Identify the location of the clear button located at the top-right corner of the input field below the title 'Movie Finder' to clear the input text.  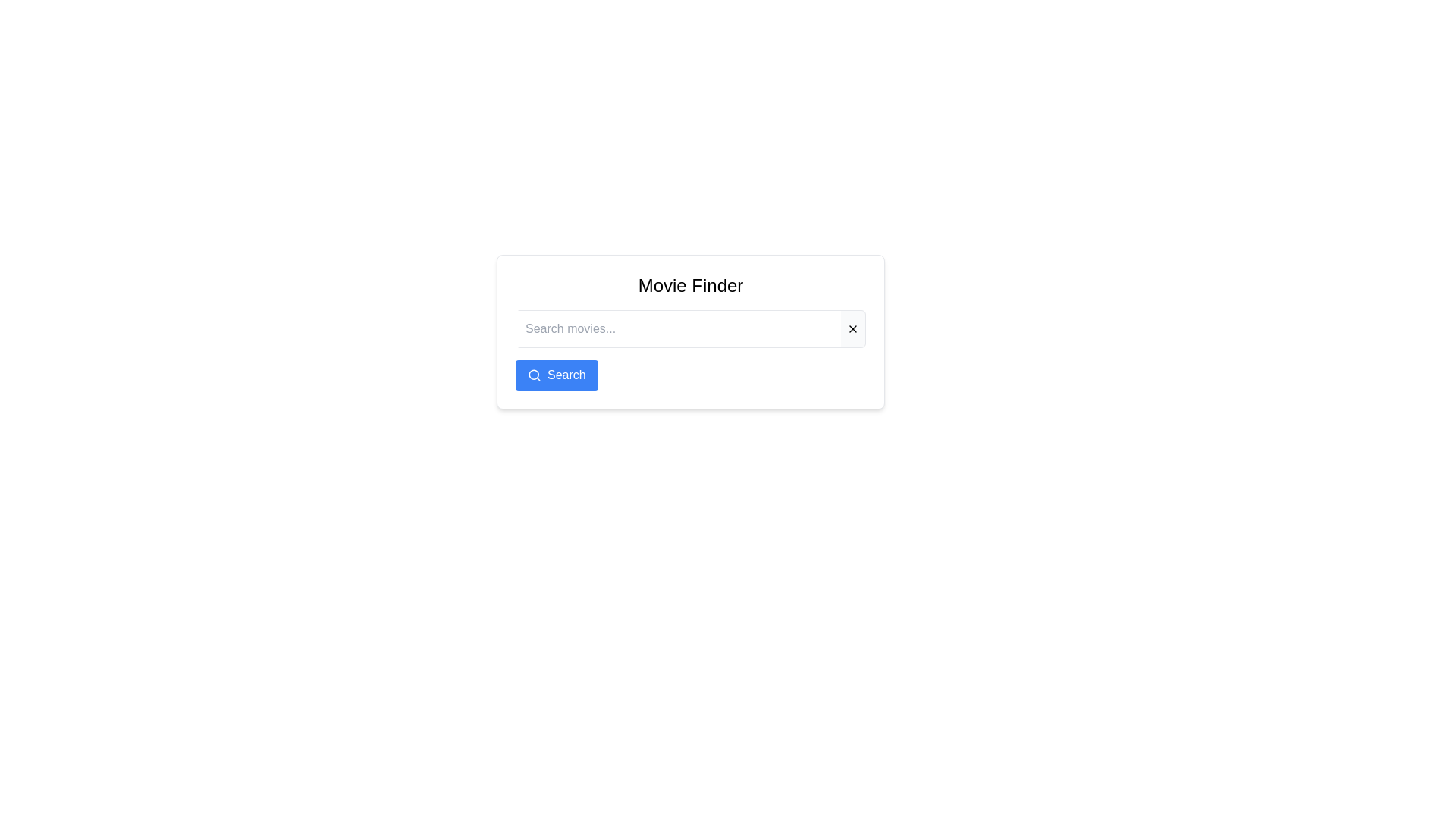
(852, 328).